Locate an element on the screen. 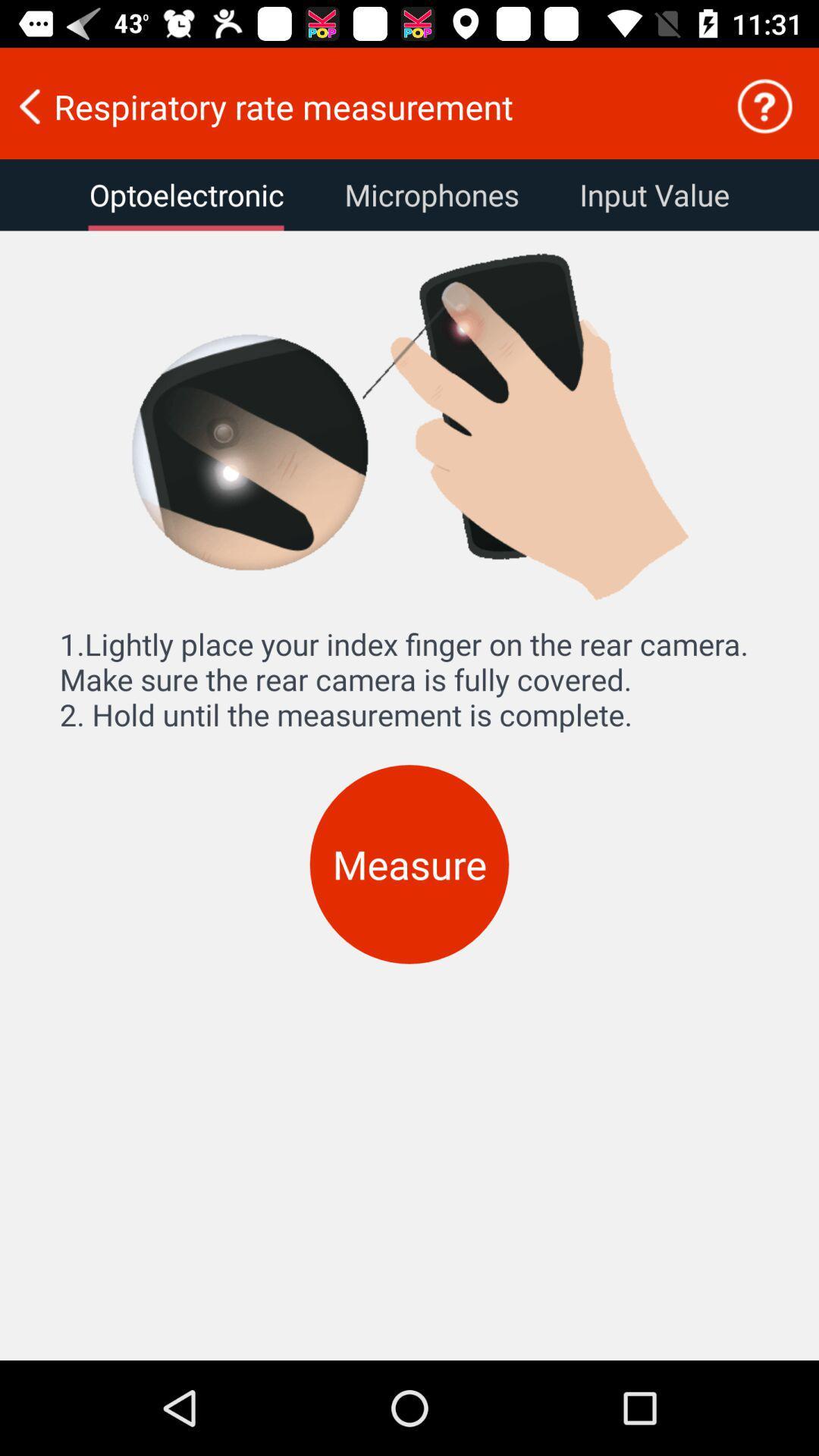 The width and height of the screenshot is (819, 1456). respiratory rate measurement is located at coordinates (357, 105).